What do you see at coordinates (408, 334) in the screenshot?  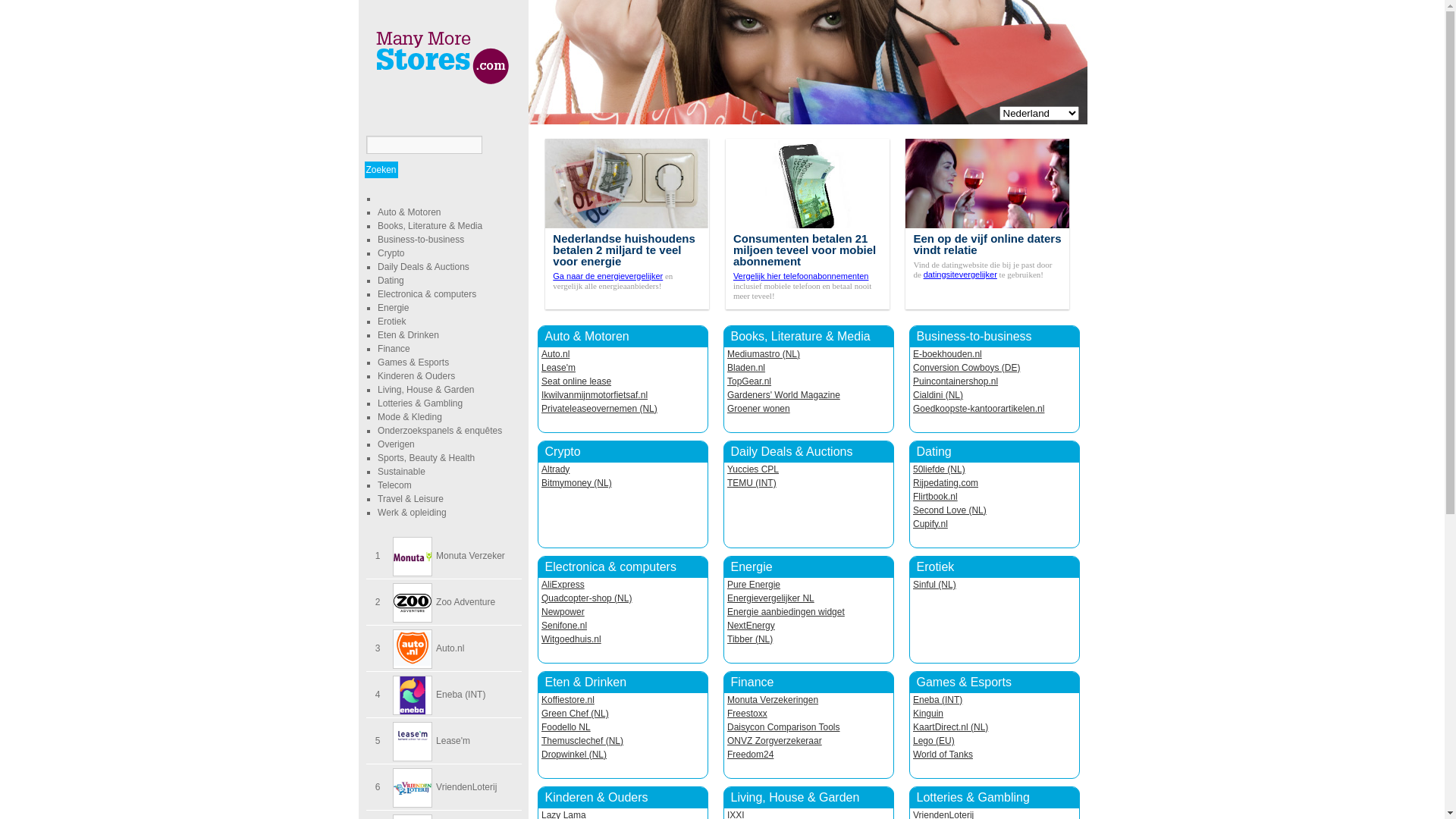 I see `'Eten & Drinken'` at bounding box center [408, 334].